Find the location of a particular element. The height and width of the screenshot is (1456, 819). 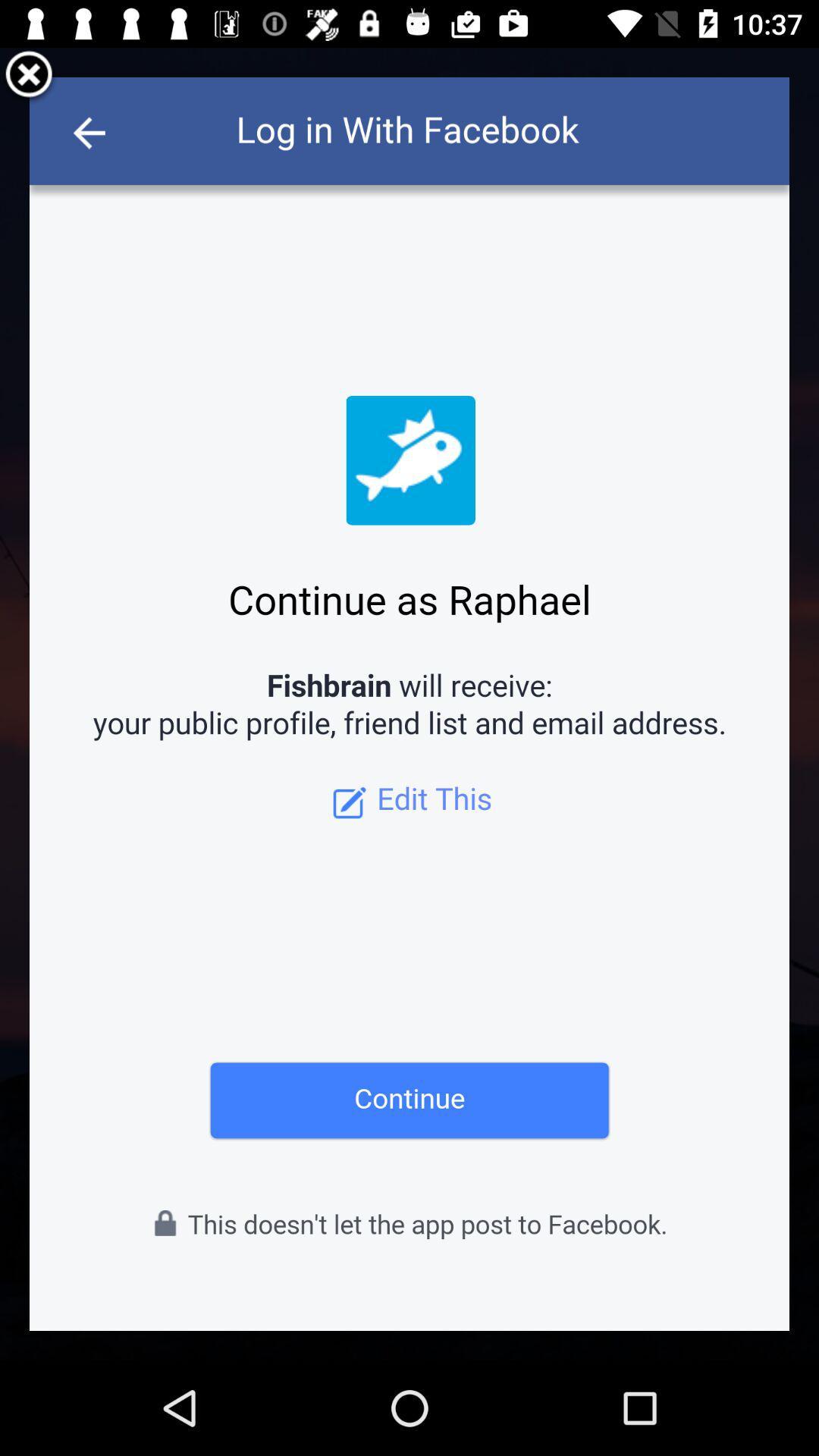

icon botton is located at coordinates (29, 76).